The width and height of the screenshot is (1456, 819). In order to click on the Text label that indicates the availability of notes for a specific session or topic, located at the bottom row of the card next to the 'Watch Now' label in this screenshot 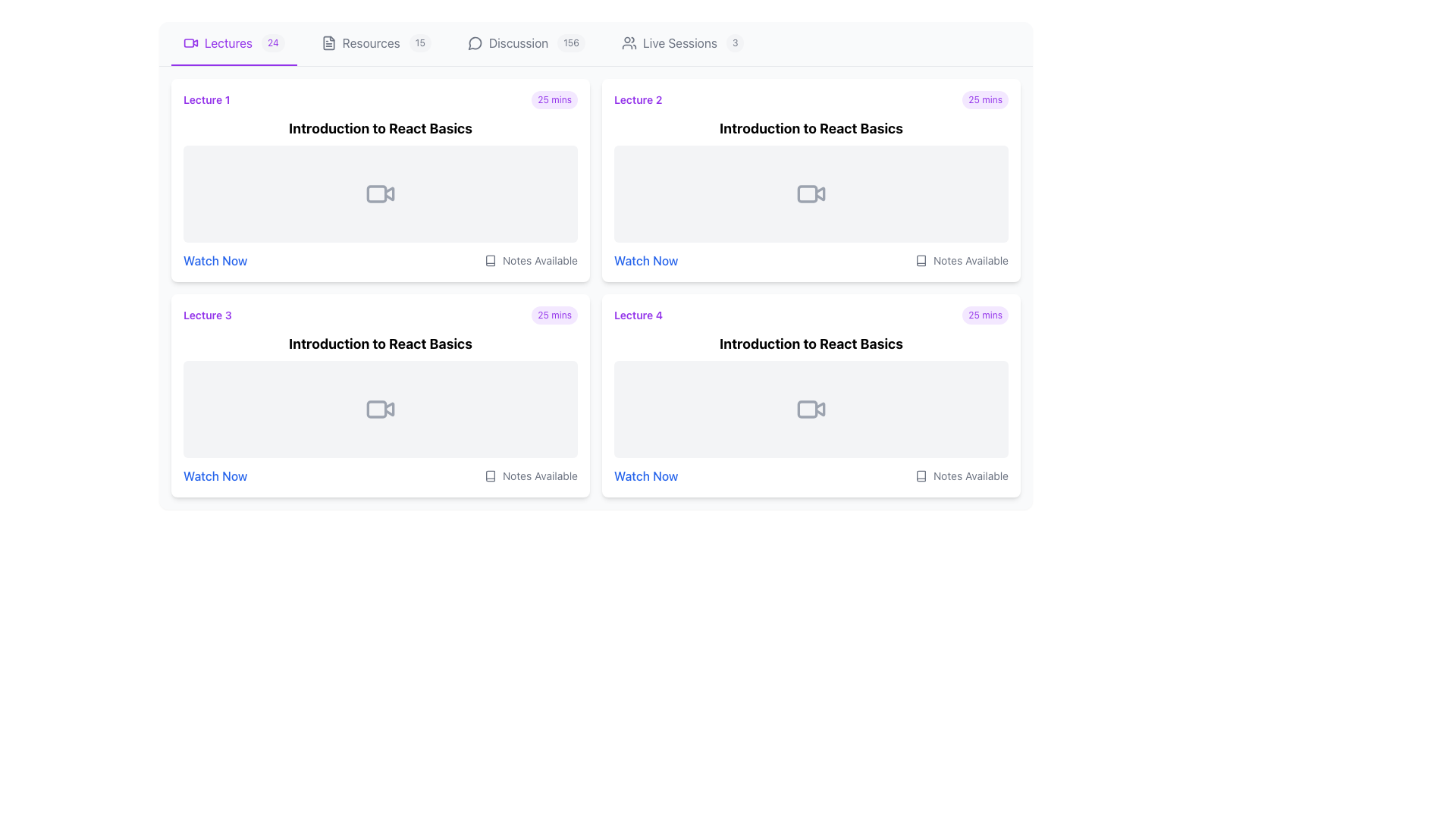, I will do `click(971, 259)`.